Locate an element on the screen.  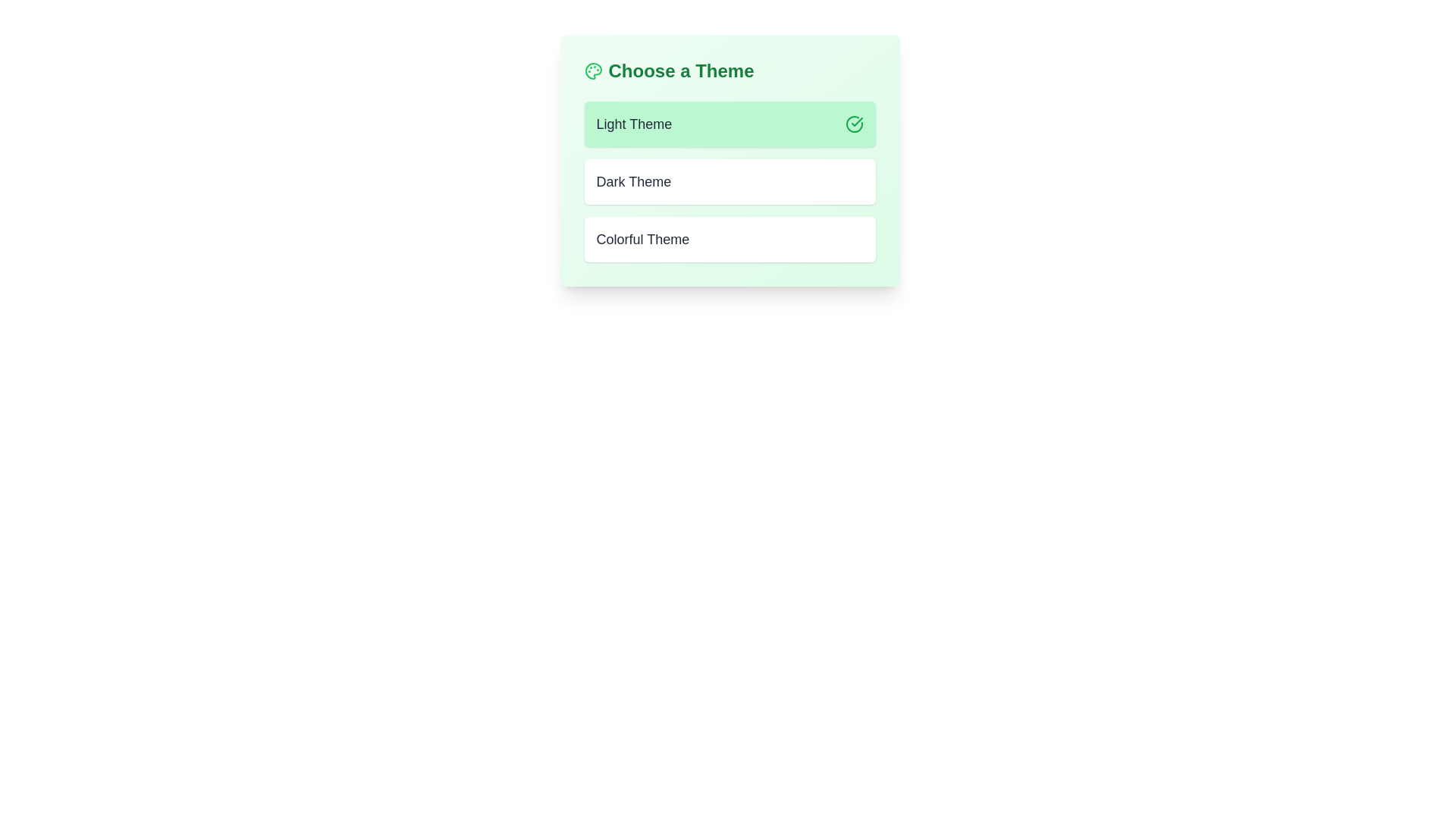
the static text label displaying 'Colorful Theme' in large, dark gray font located in the bottom box of the theme selection card is located at coordinates (642, 239).